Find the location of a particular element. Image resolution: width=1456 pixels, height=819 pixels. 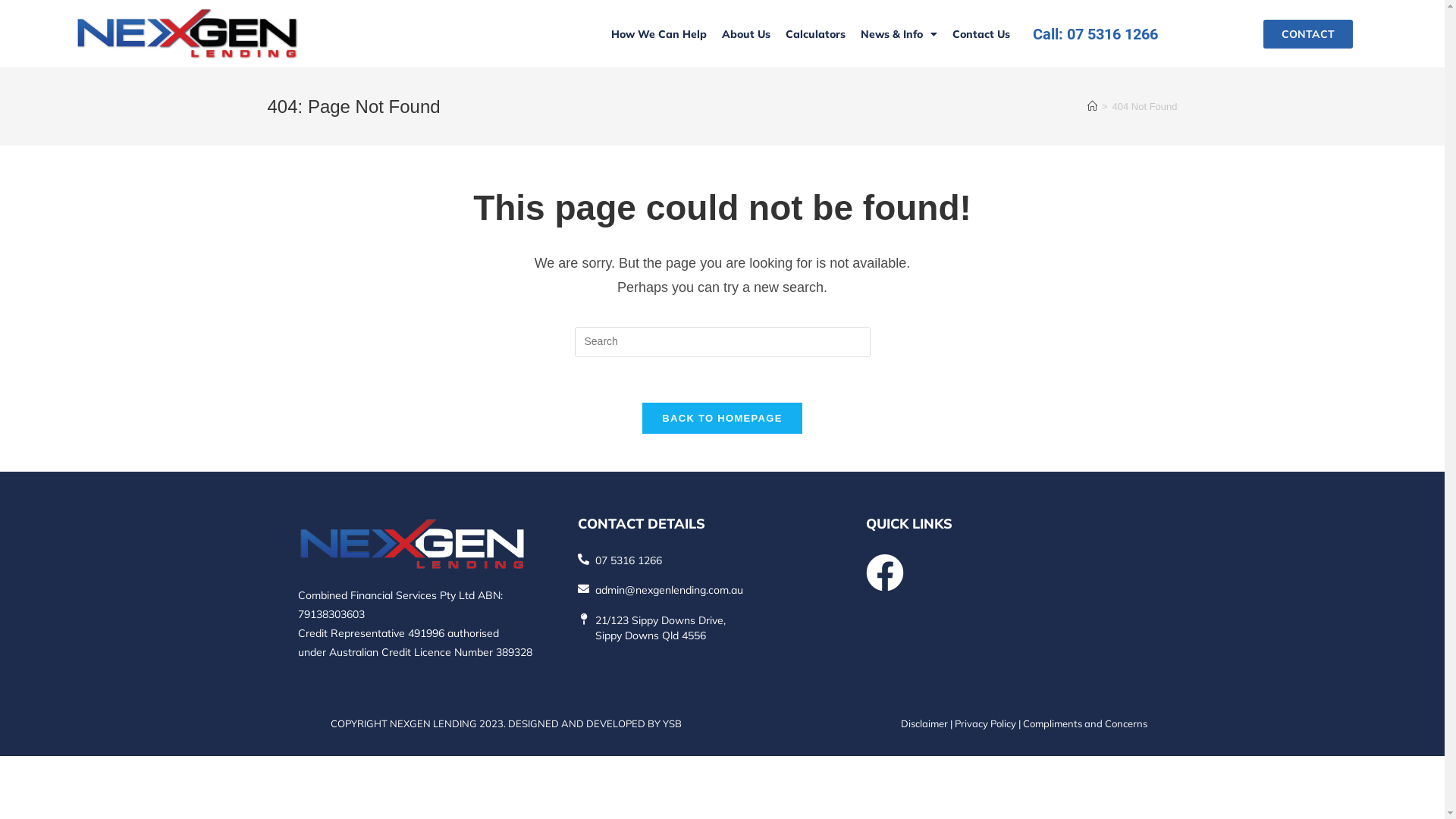

'How We Can Help' is located at coordinates (658, 34).